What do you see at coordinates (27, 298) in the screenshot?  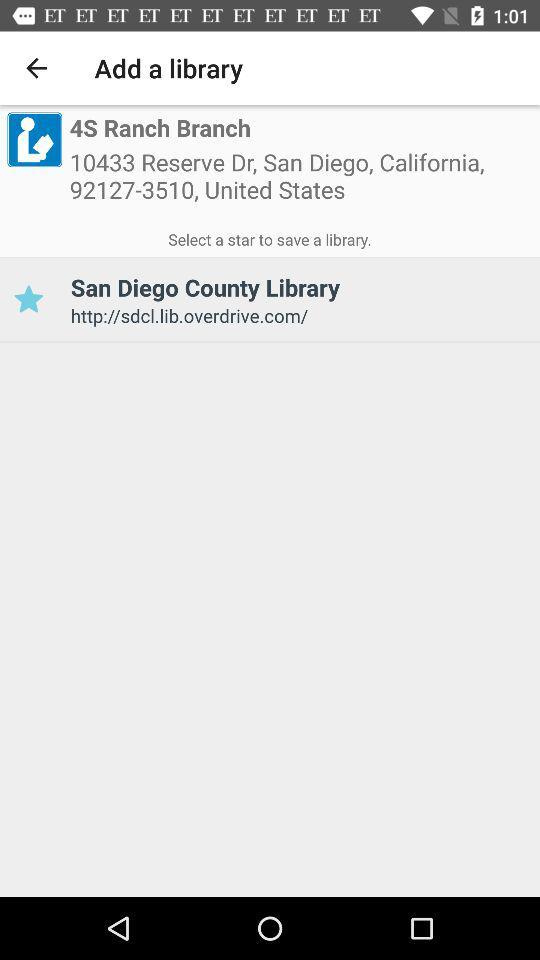 I see `the item to the left of san diego county item` at bounding box center [27, 298].